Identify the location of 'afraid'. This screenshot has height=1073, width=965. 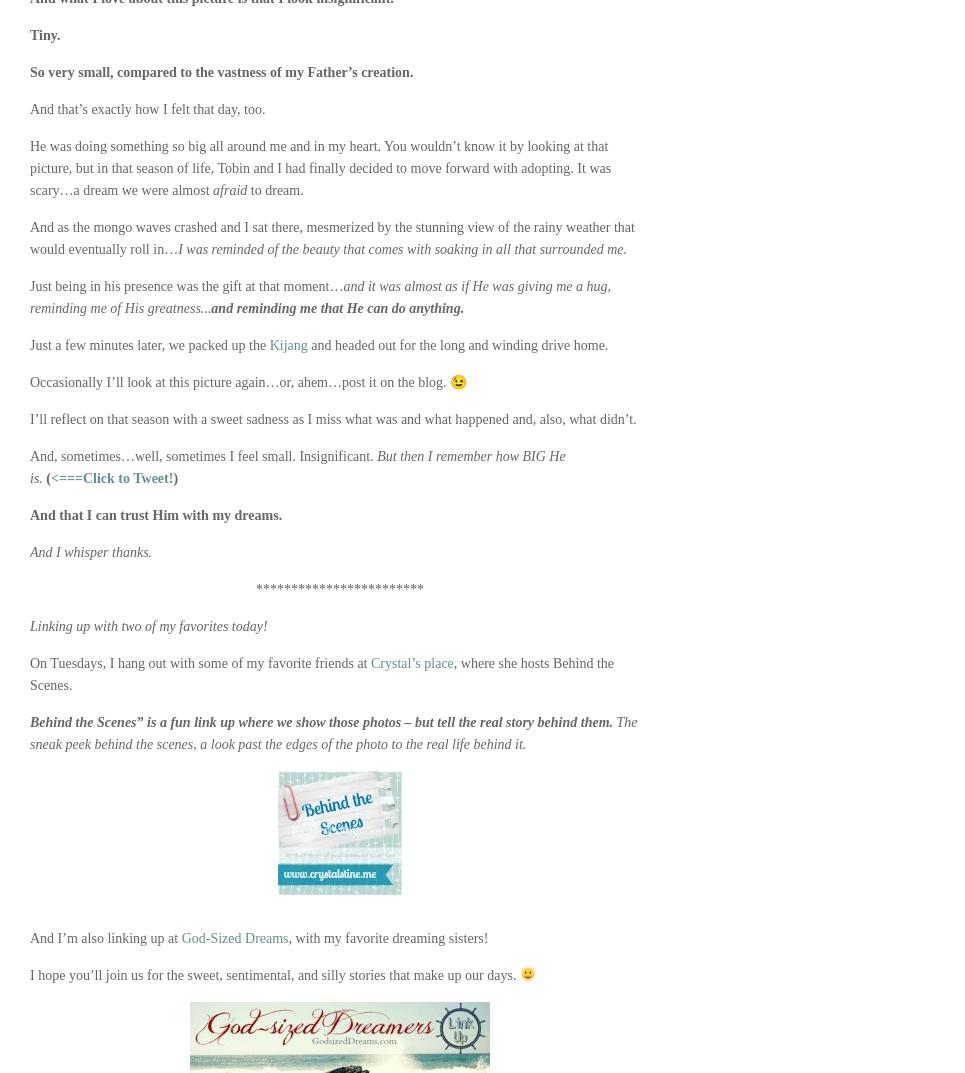
(228, 190).